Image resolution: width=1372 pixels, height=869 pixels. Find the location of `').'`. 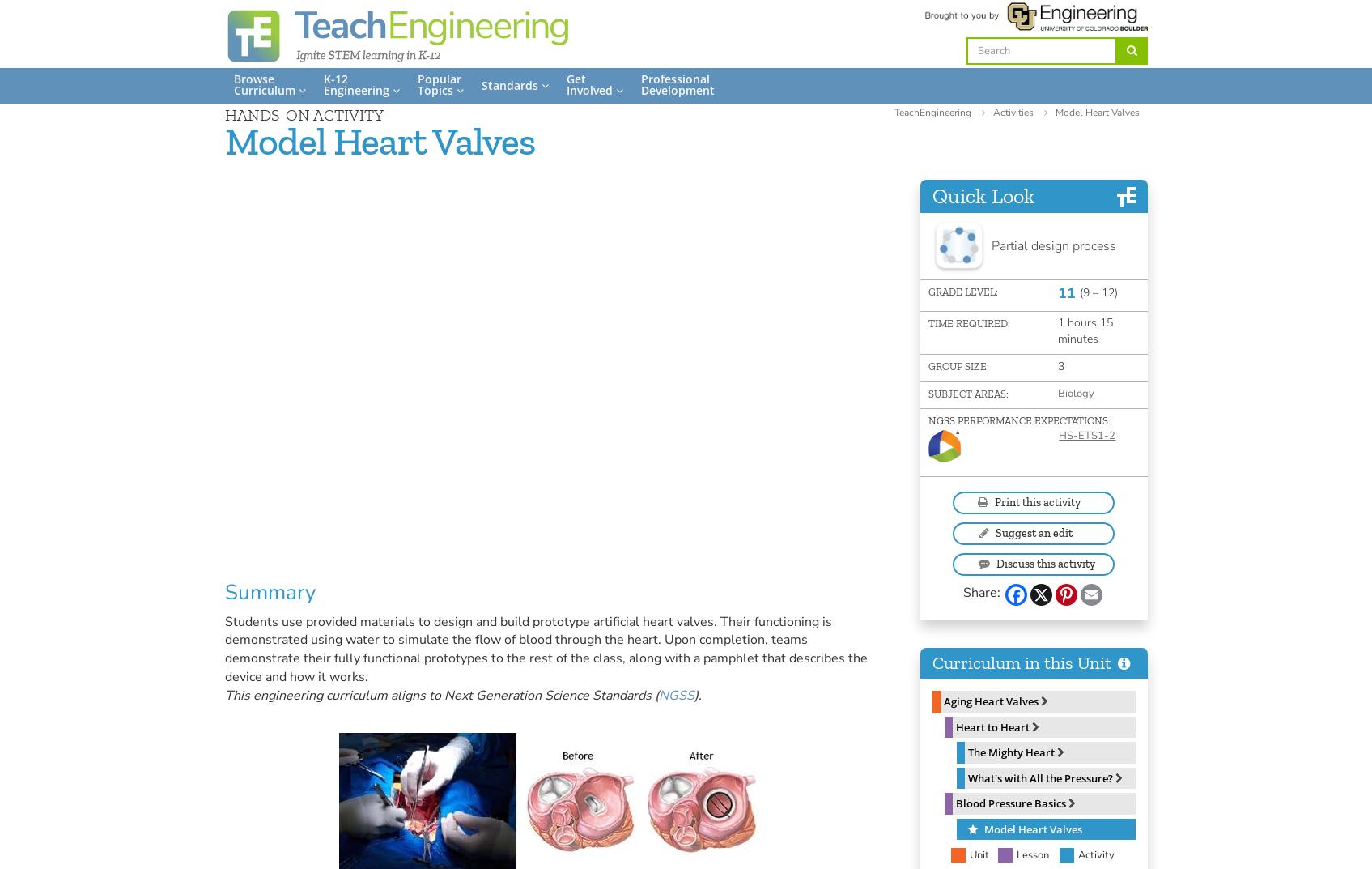

').' is located at coordinates (696, 693).